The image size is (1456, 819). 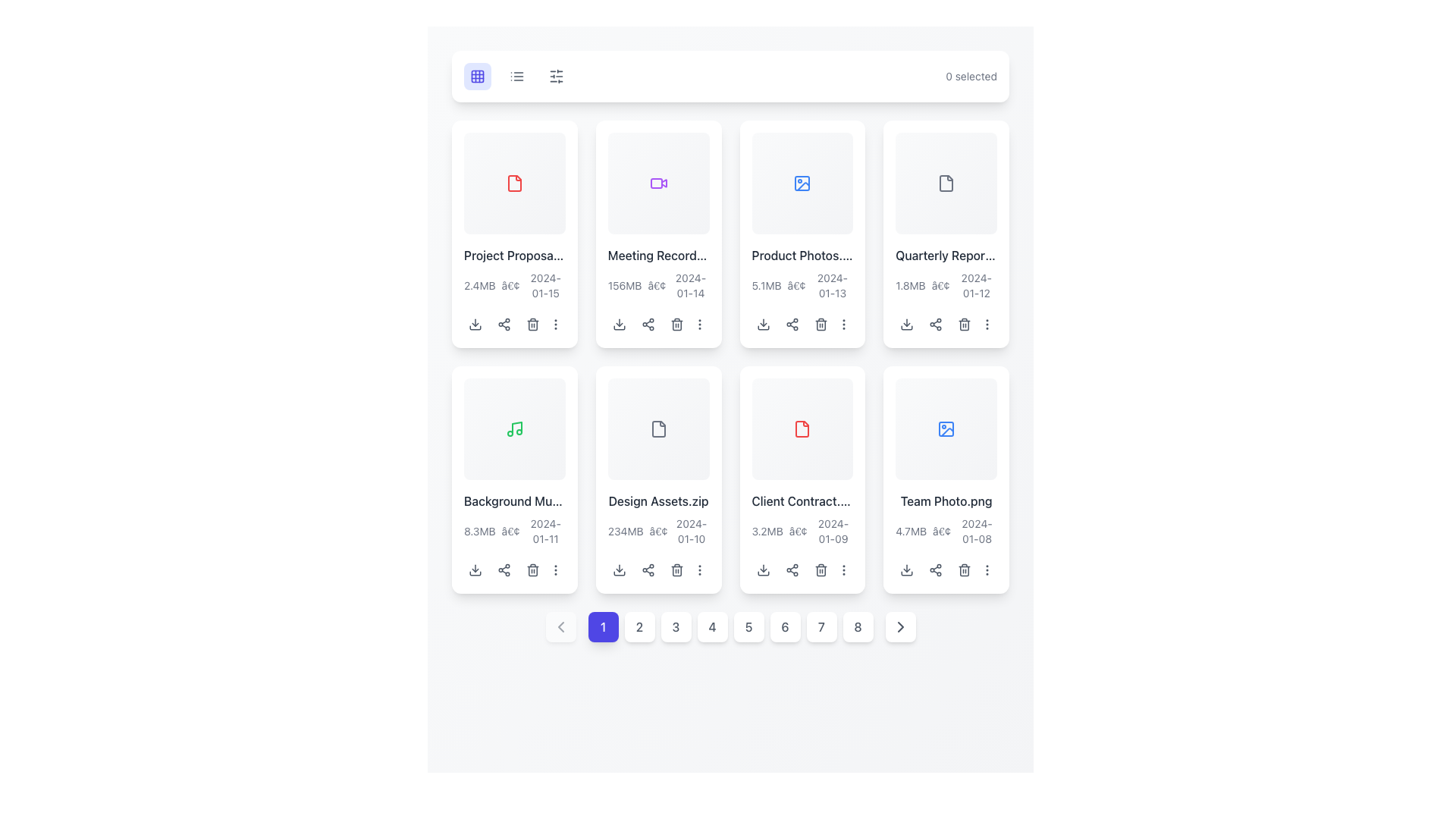 I want to click on the delete icon button located in the third card of the top row in the grid layout, positioned between the 'share' icon and the 'more actions' icon, so click(x=820, y=323).